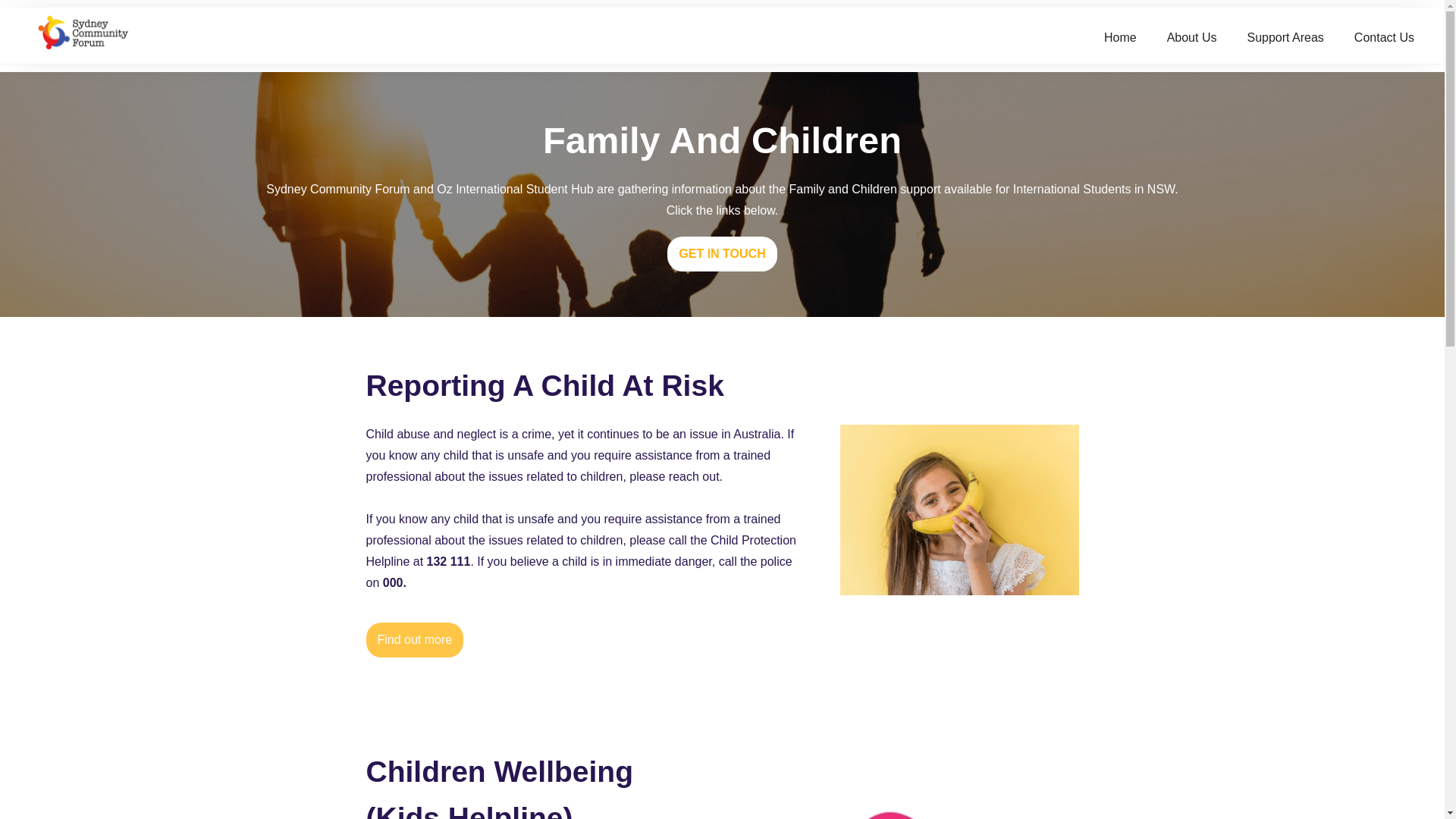  What do you see at coordinates (1384, 37) in the screenshot?
I see `'Contact Us'` at bounding box center [1384, 37].